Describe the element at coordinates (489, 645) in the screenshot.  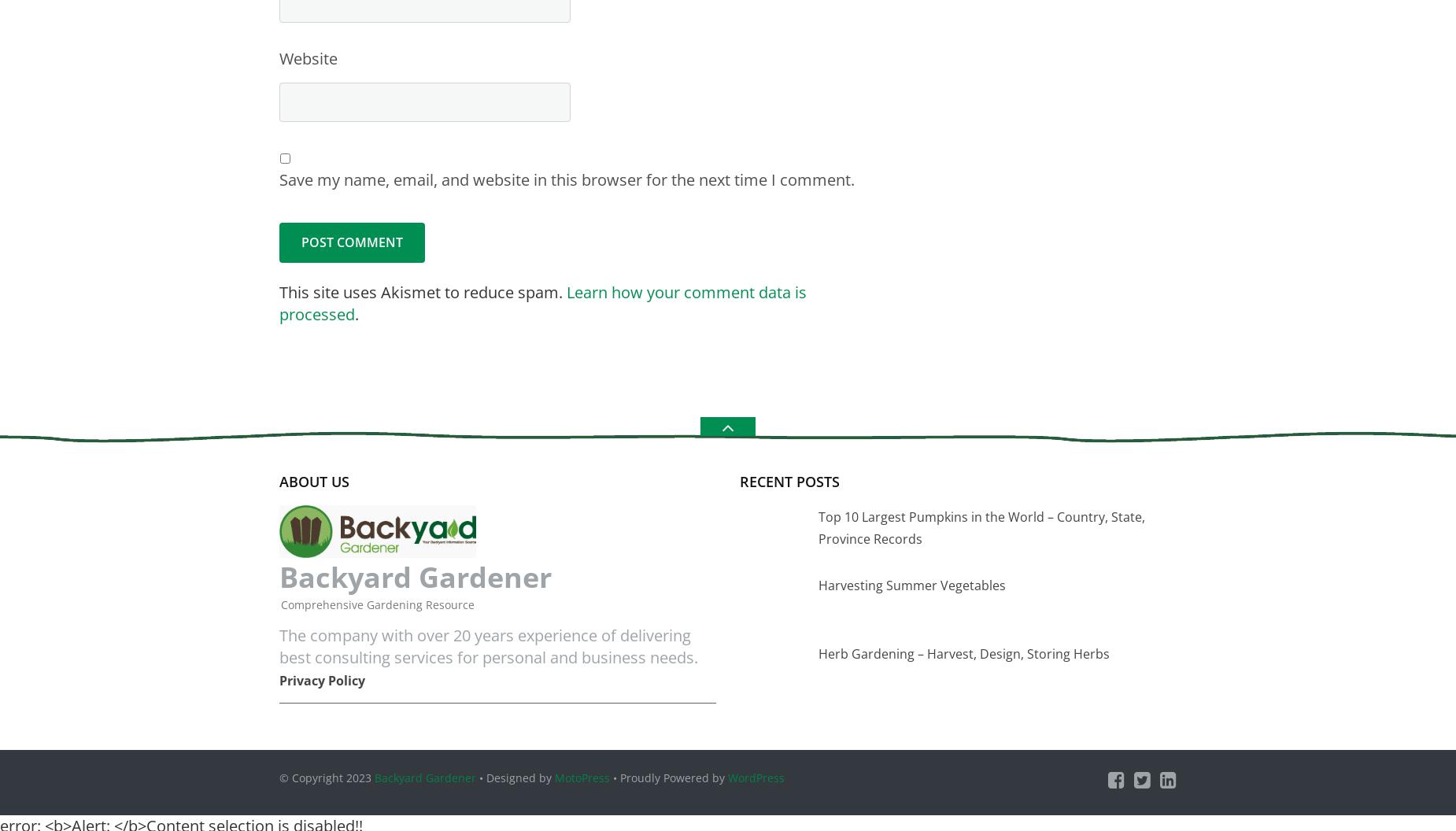
I see `'The company with over 20 years experience of delivering best consulting services for personal and business needs.'` at that location.